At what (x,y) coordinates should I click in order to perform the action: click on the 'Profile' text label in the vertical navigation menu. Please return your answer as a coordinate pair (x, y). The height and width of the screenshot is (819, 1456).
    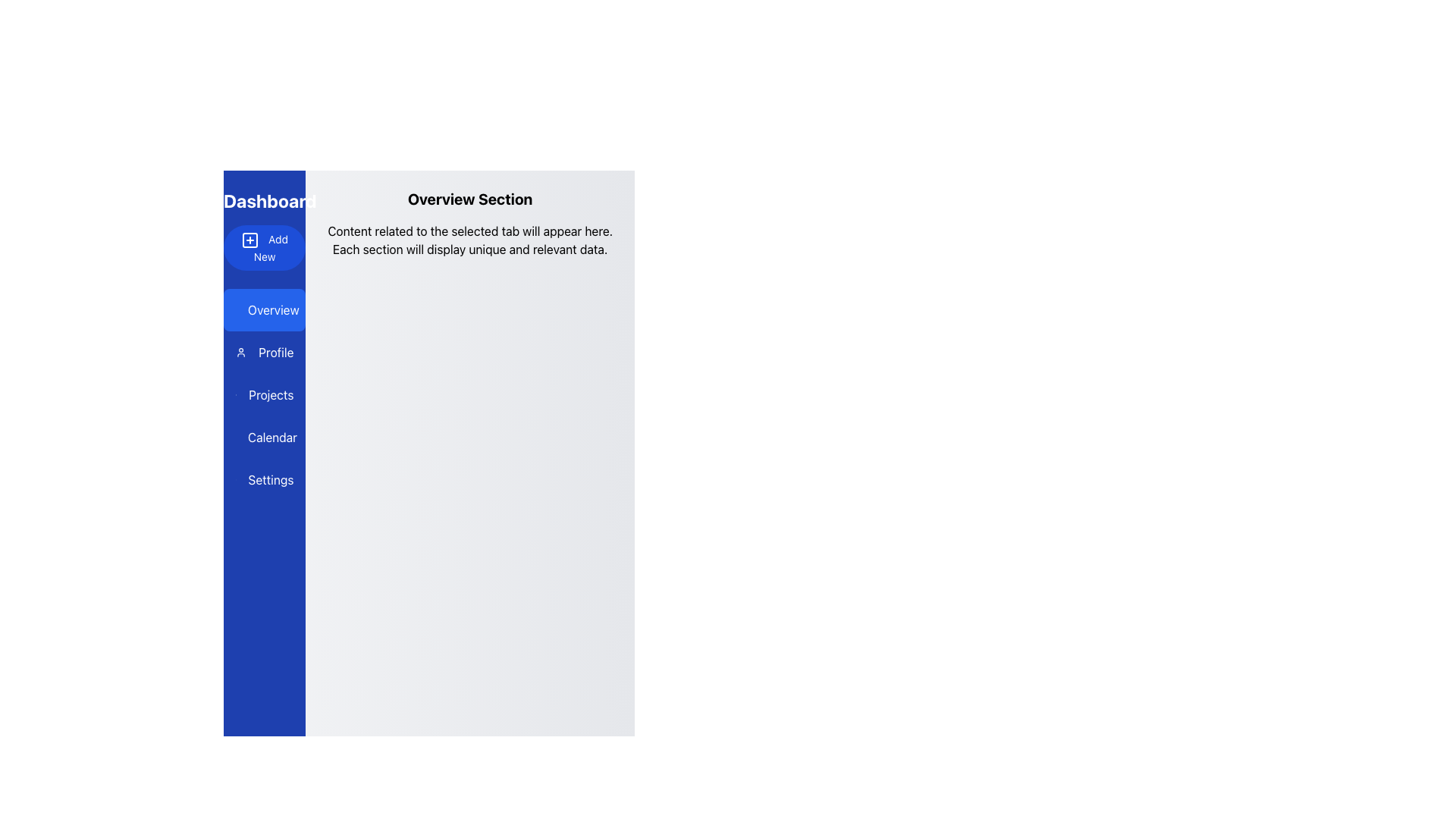
    Looking at the image, I should click on (276, 353).